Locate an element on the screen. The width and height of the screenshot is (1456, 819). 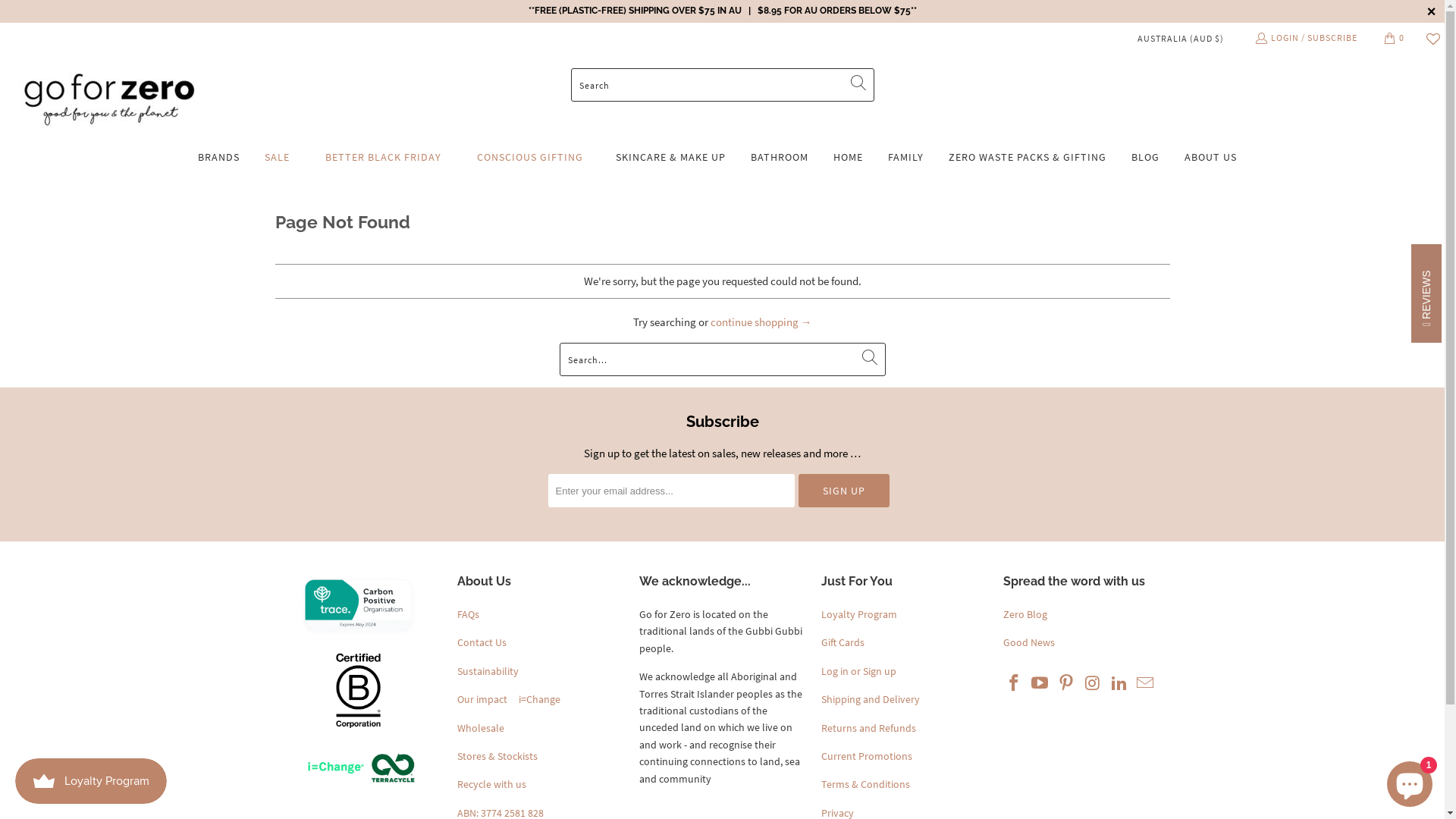
'Go For Zero' is located at coordinates (108, 99).